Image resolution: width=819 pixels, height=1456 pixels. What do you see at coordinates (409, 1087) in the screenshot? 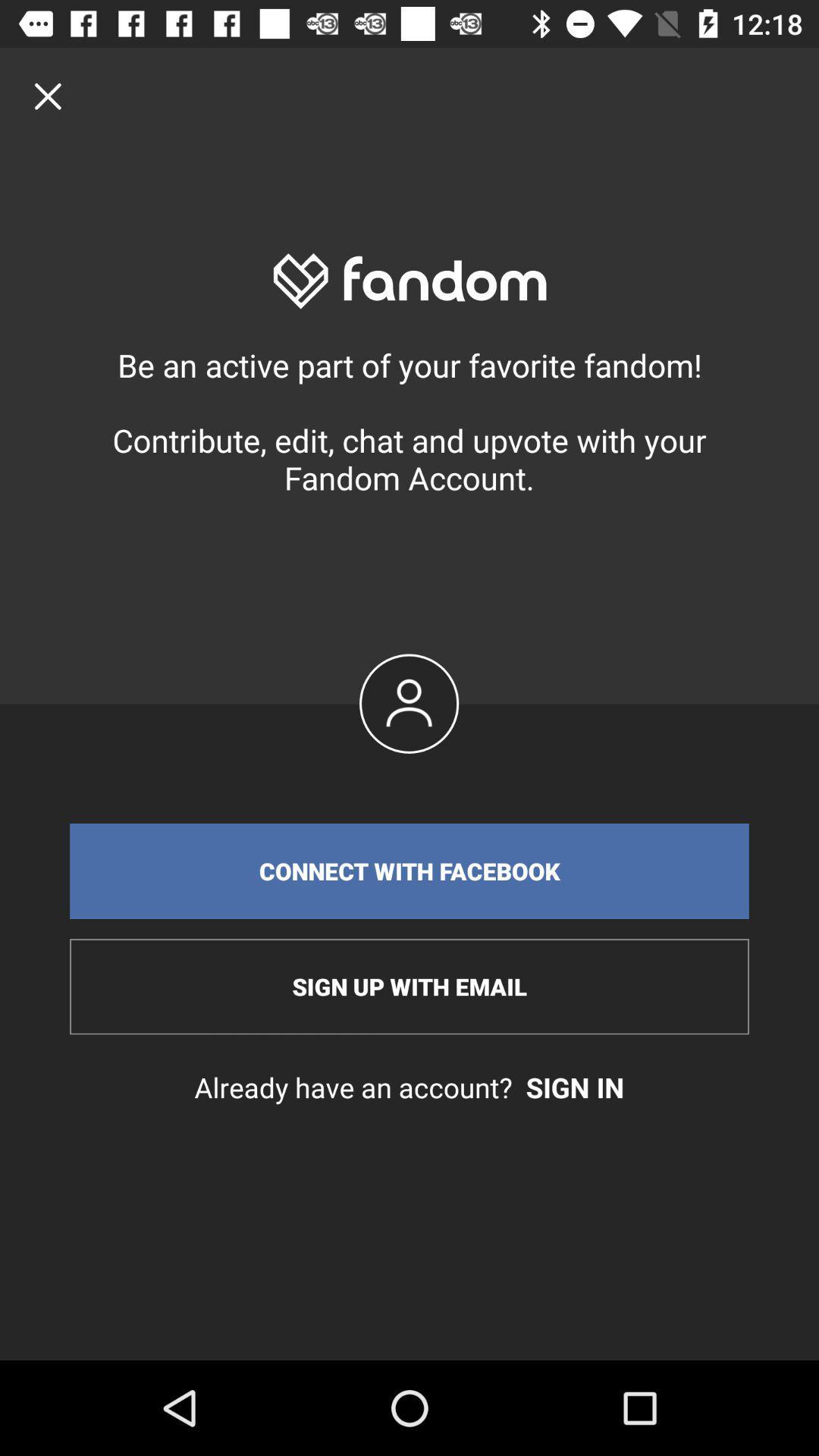
I see `already have an icon` at bounding box center [409, 1087].